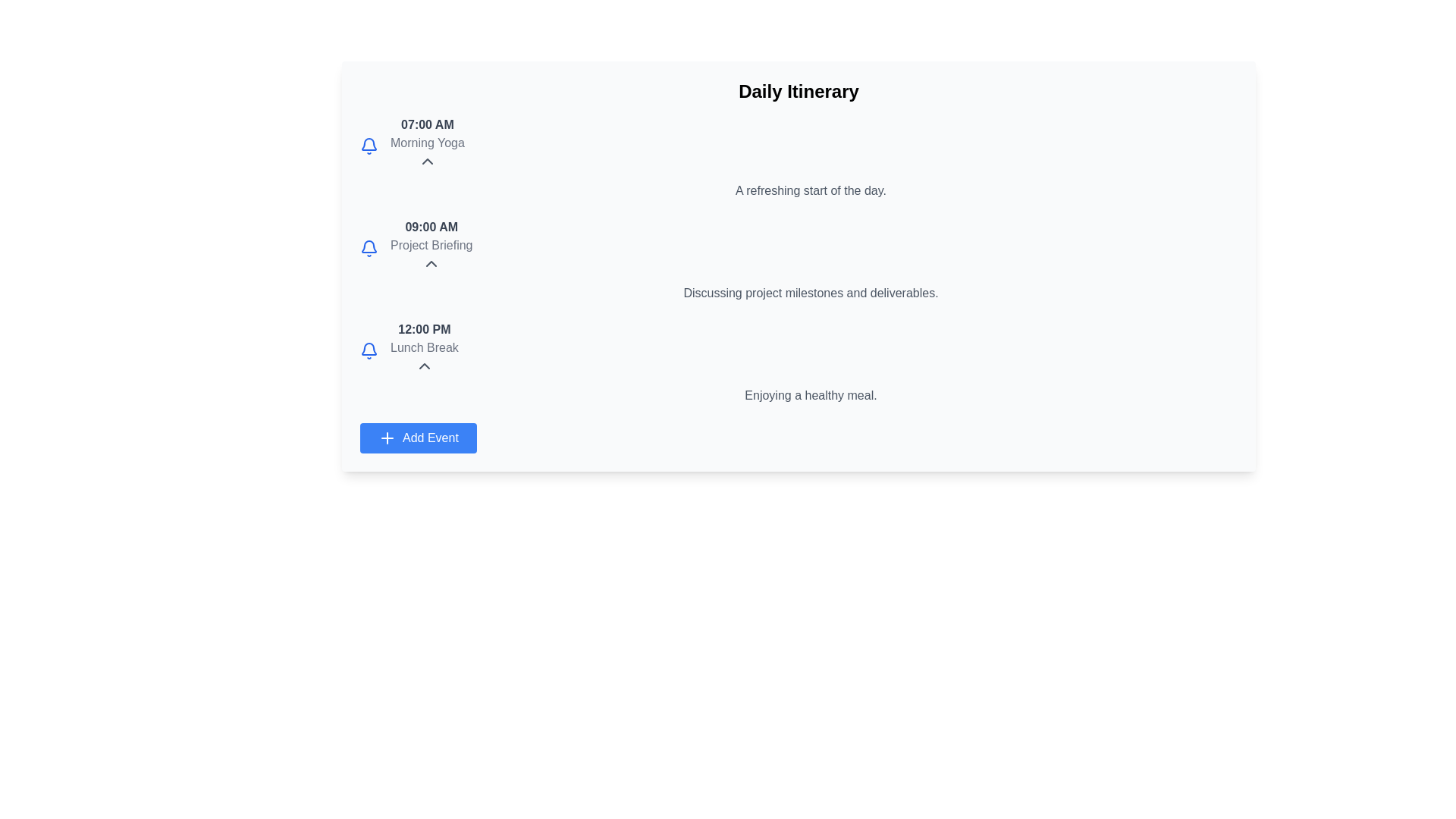 The width and height of the screenshot is (1456, 819). I want to click on the label displaying the time '12:00 PM' in bold black font within the 'Daily Itinerary' panel, located in the third time slot above the 'Lunch Break' label, so click(424, 329).